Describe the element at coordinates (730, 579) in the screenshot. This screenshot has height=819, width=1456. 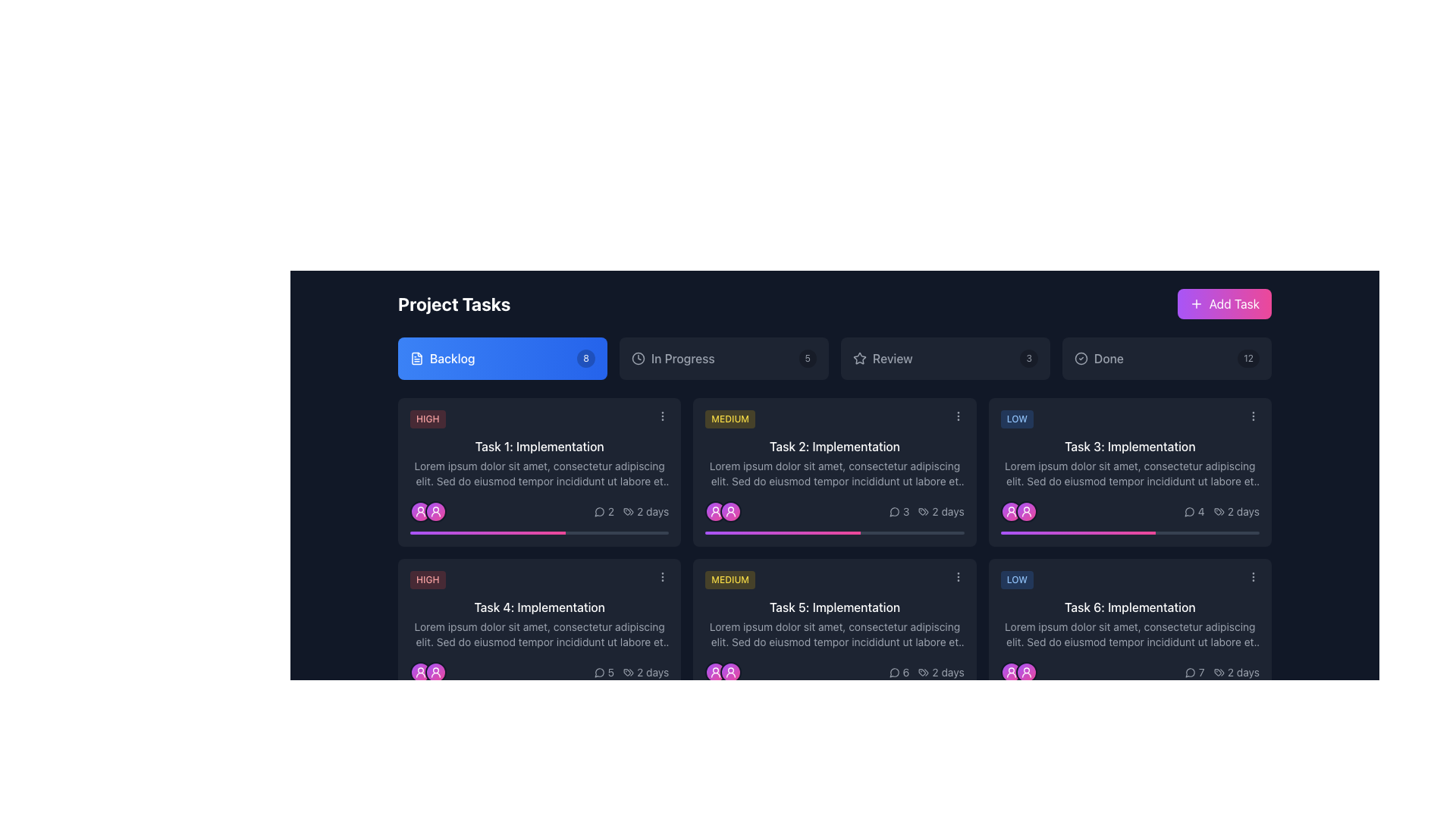
I see `the non-interactive status label with the text 'MEDIUM' in uppercase letters, which is a rectangular badge with a rounded border and a semi-transparent yellow background, located in the second row and second column of the grid layout` at that location.